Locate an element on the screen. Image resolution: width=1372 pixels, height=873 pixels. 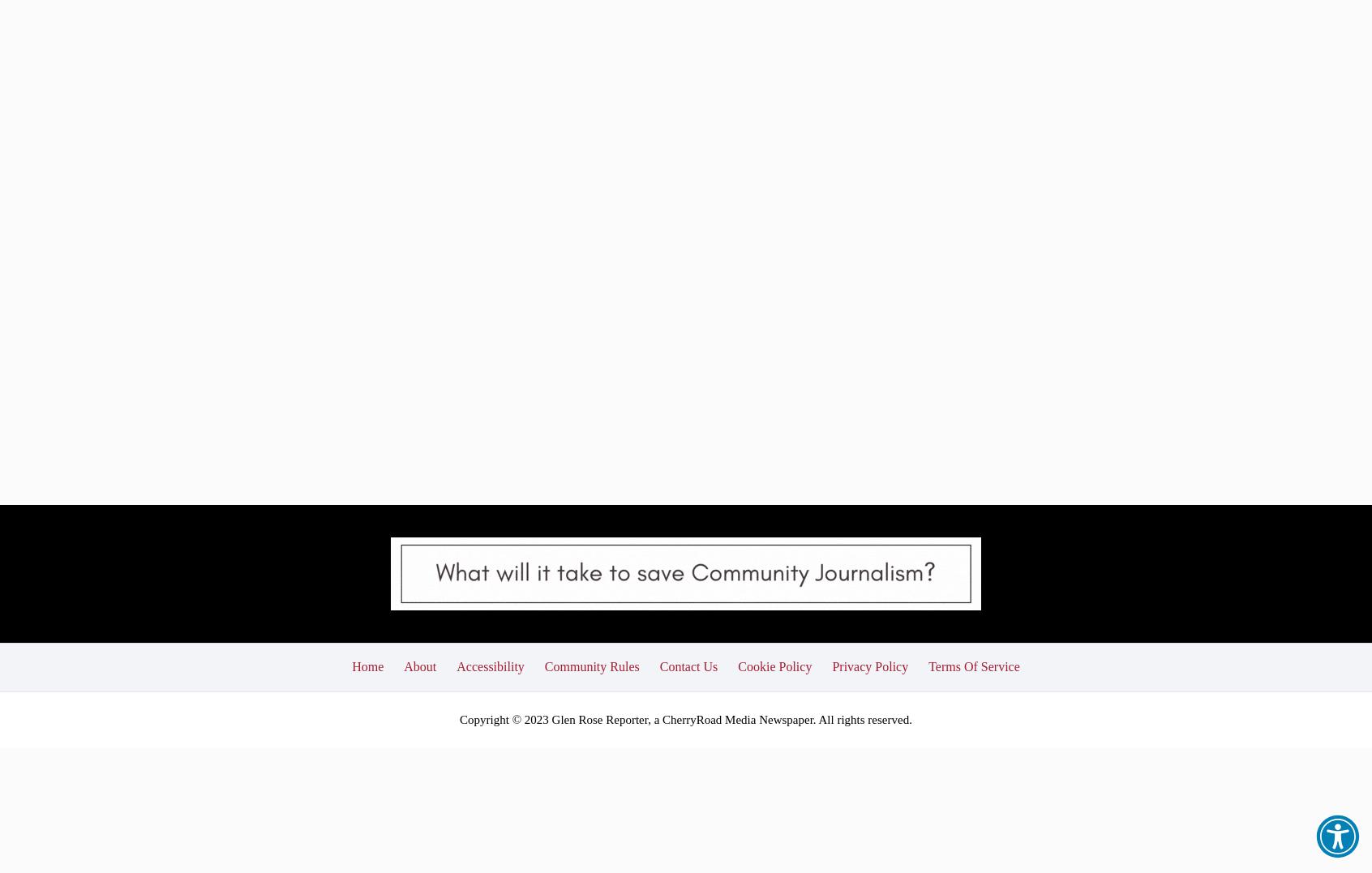
'About' is located at coordinates (419, 541).